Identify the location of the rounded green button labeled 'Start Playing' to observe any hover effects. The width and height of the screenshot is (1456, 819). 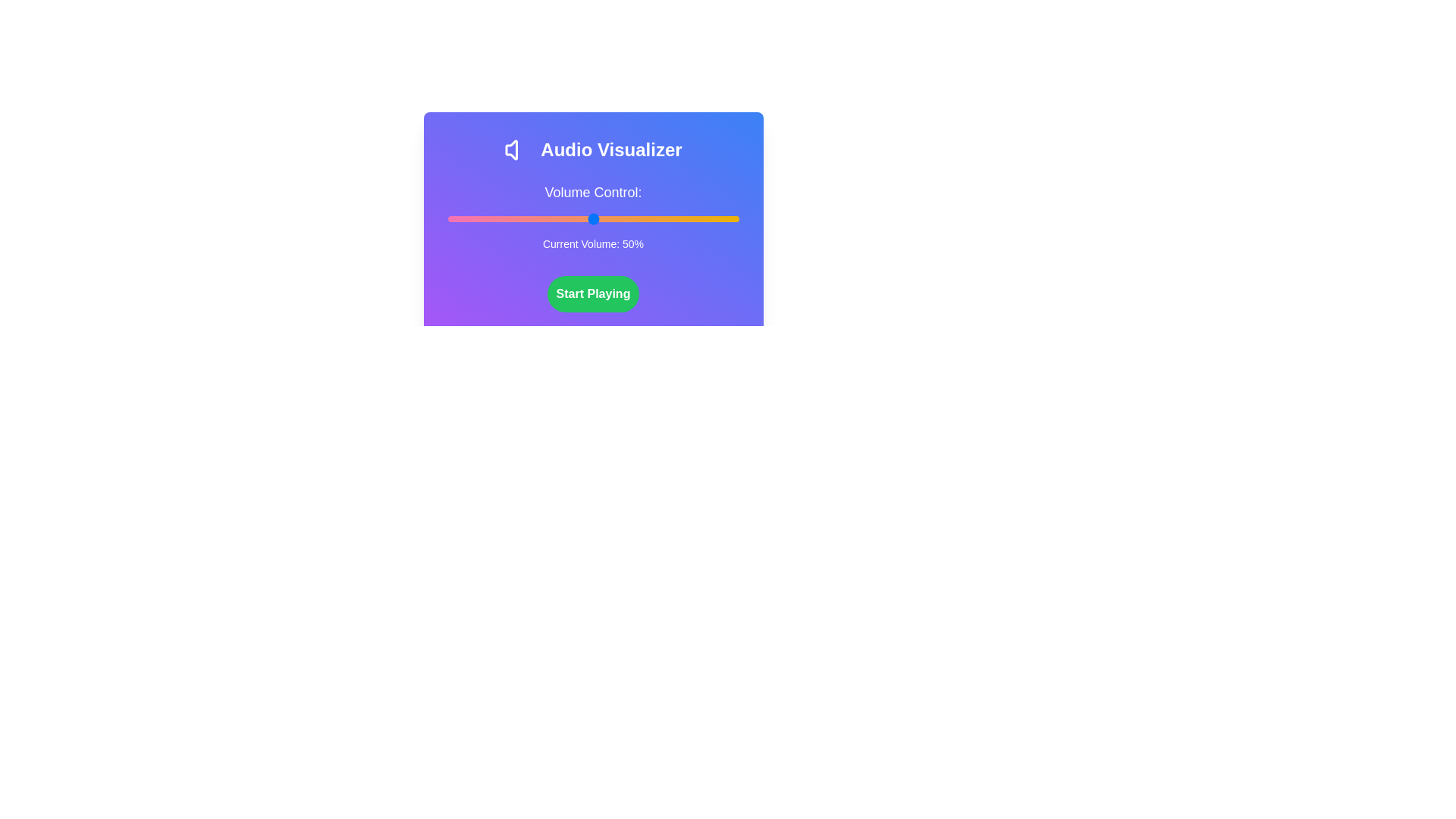
(592, 294).